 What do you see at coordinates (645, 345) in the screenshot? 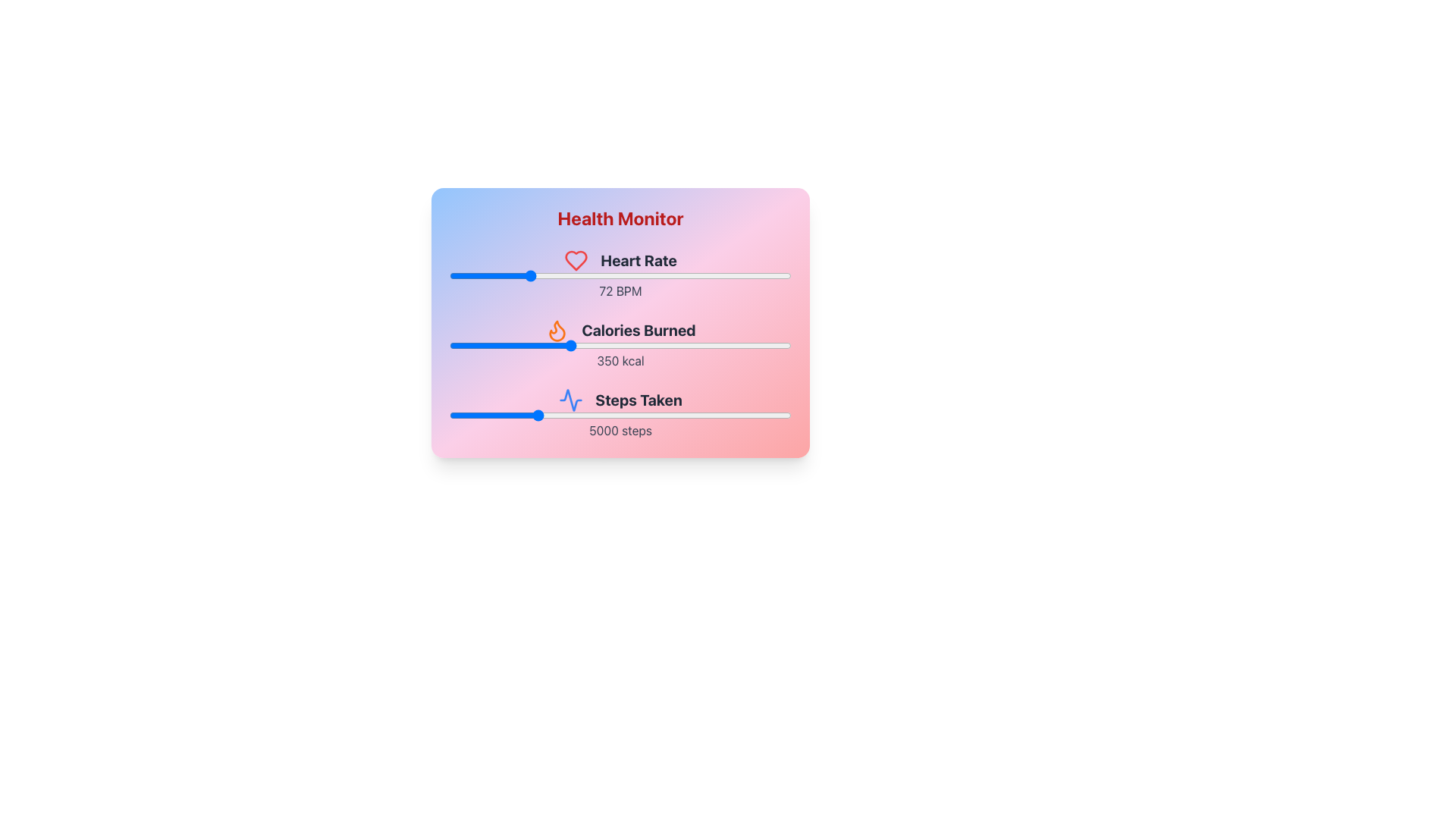
I see `the calories burned slider` at bounding box center [645, 345].